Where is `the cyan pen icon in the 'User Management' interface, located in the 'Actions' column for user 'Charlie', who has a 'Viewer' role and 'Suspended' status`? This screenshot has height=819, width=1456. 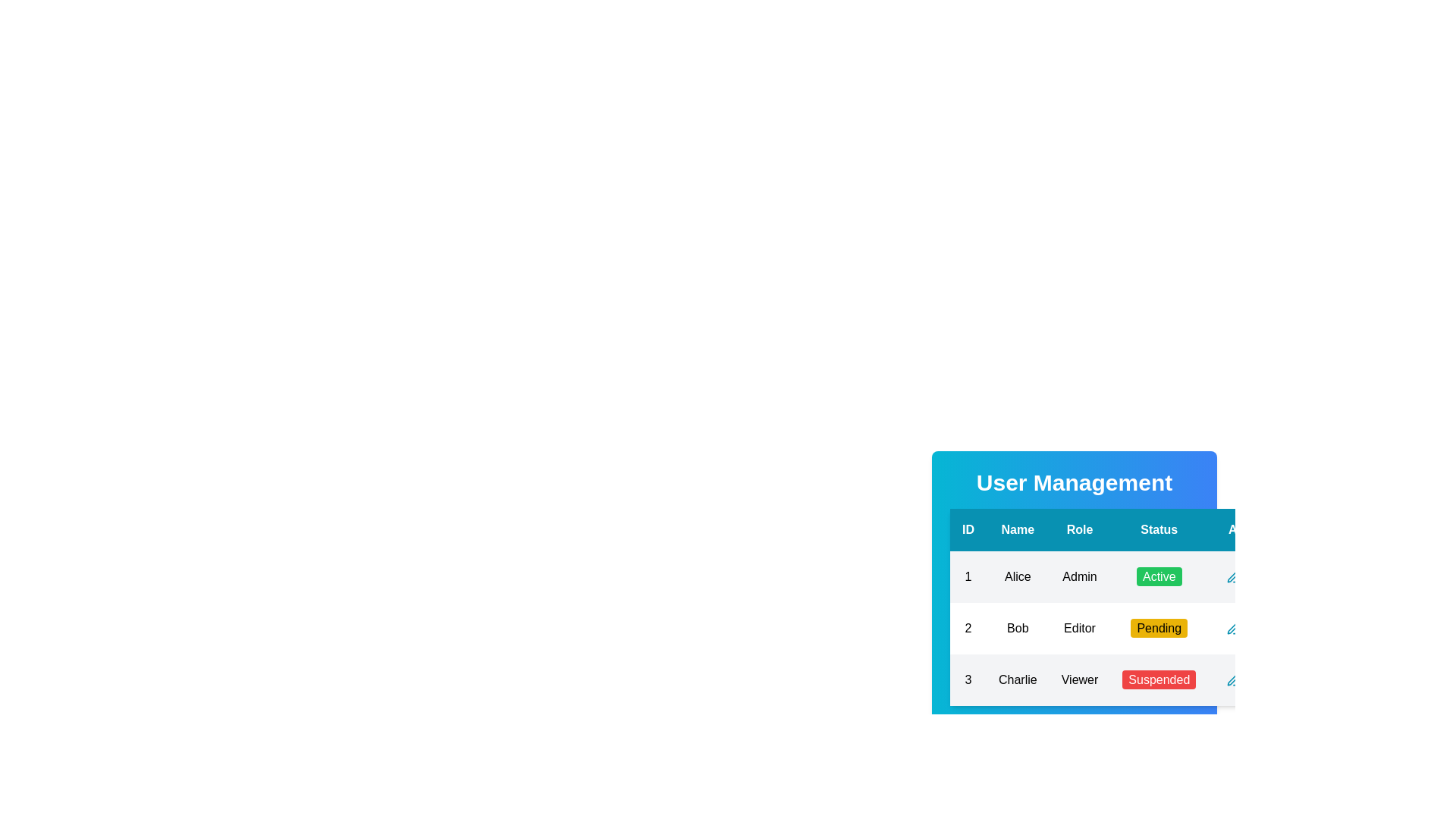
the cyan pen icon in the 'User Management' interface, located in the 'Actions' column for user 'Charlie', who has a 'Viewer' role and 'Suspended' status is located at coordinates (1234, 679).